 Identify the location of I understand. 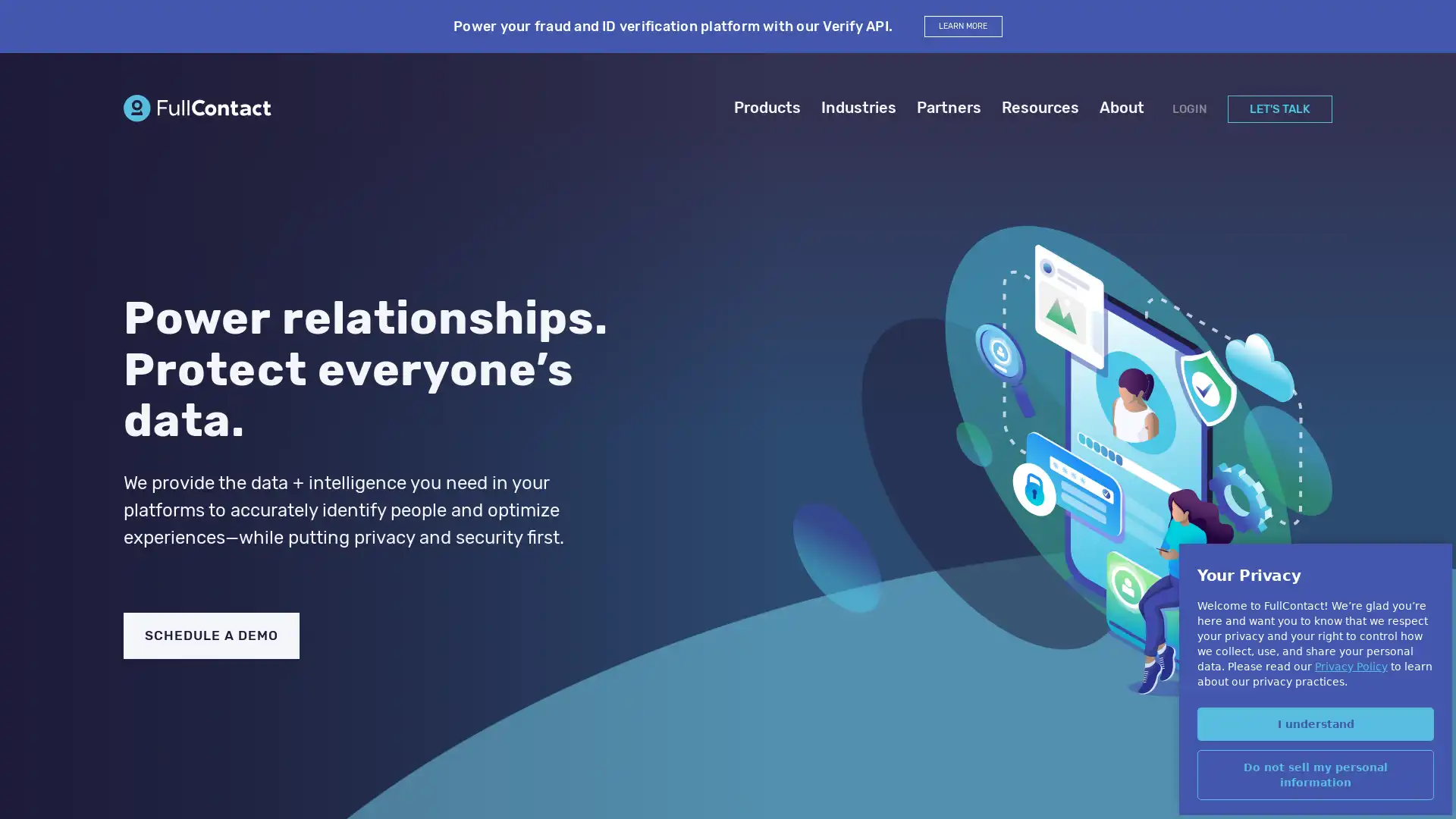
(1314, 722).